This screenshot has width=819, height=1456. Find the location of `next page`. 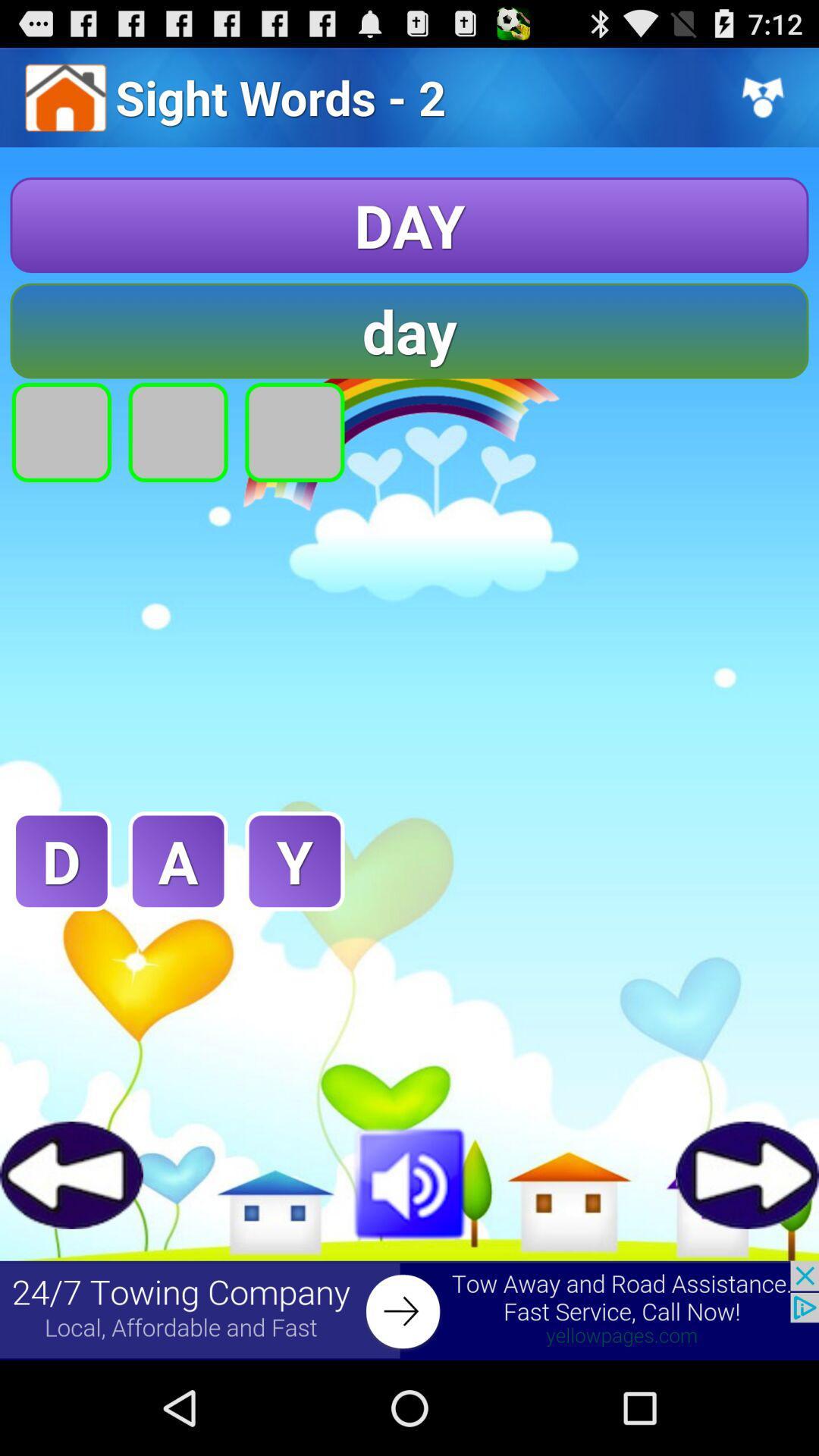

next page is located at coordinates (746, 1174).